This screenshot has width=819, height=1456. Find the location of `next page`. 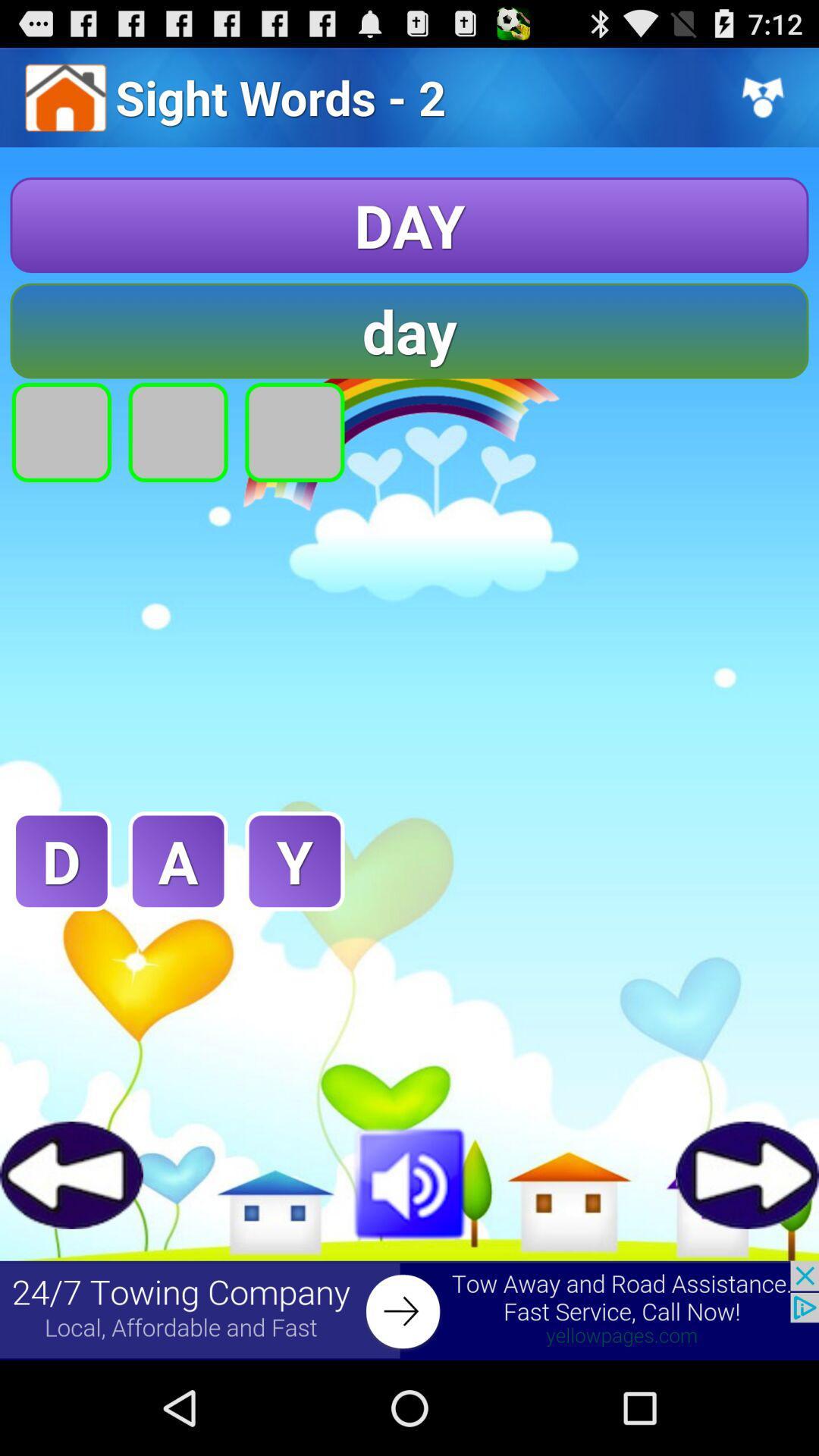

next page is located at coordinates (746, 1174).